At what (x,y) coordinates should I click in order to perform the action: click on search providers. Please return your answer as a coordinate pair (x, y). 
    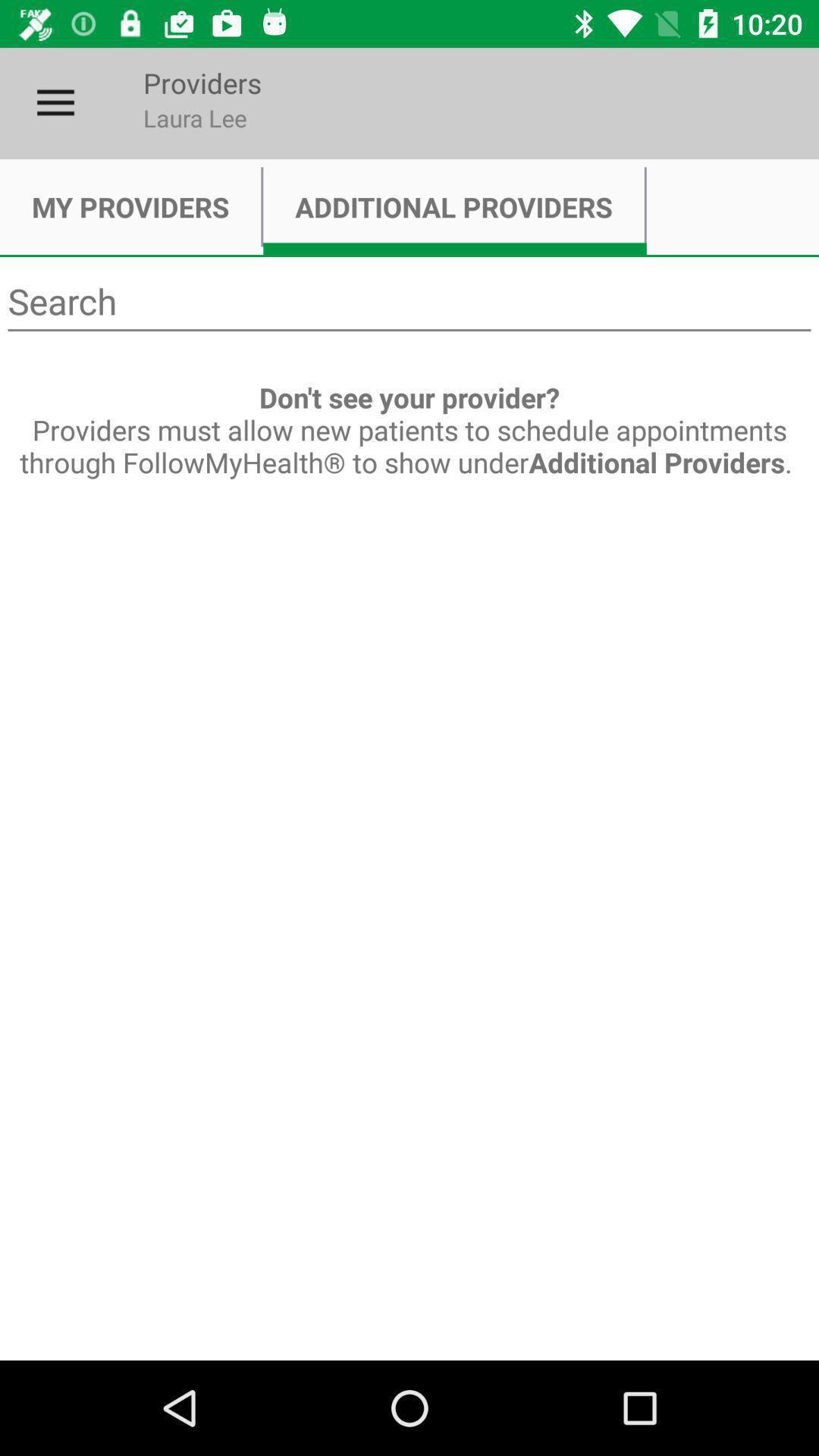
    Looking at the image, I should click on (409, 302).